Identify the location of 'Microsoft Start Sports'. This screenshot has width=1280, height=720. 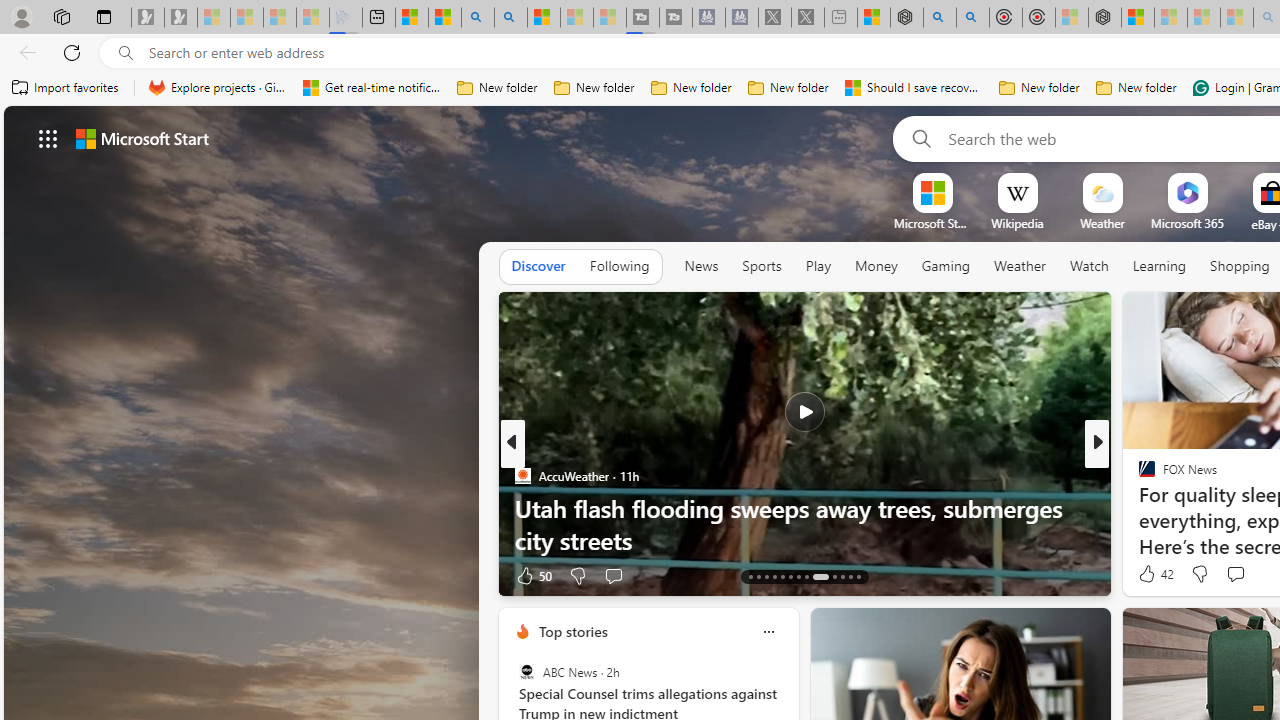
(931, 223).